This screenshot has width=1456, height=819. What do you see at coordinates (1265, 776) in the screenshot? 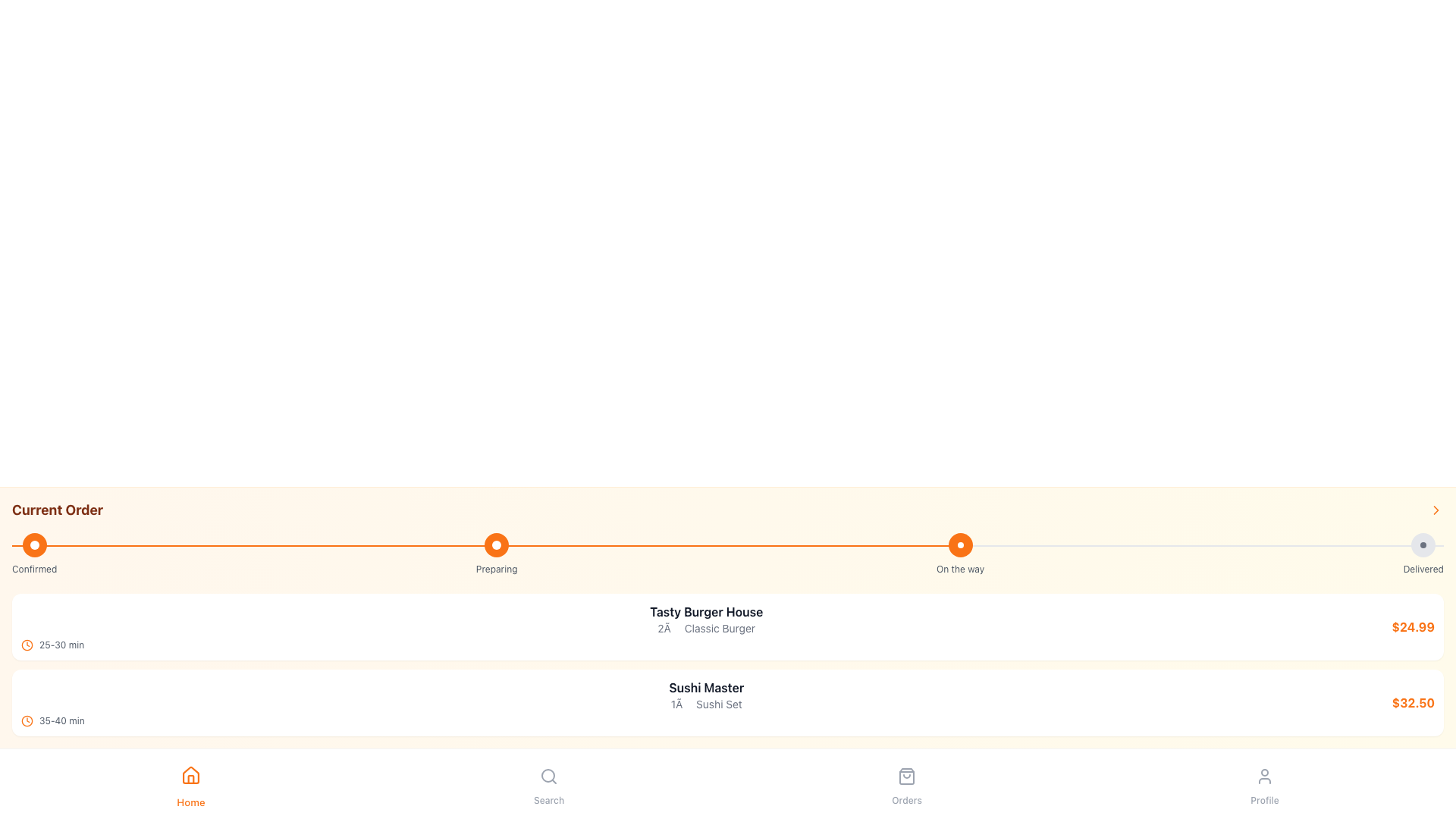
I see `the 'Profile' icon button located in the bottom navigation bar` at bounding box center [1265, 776].